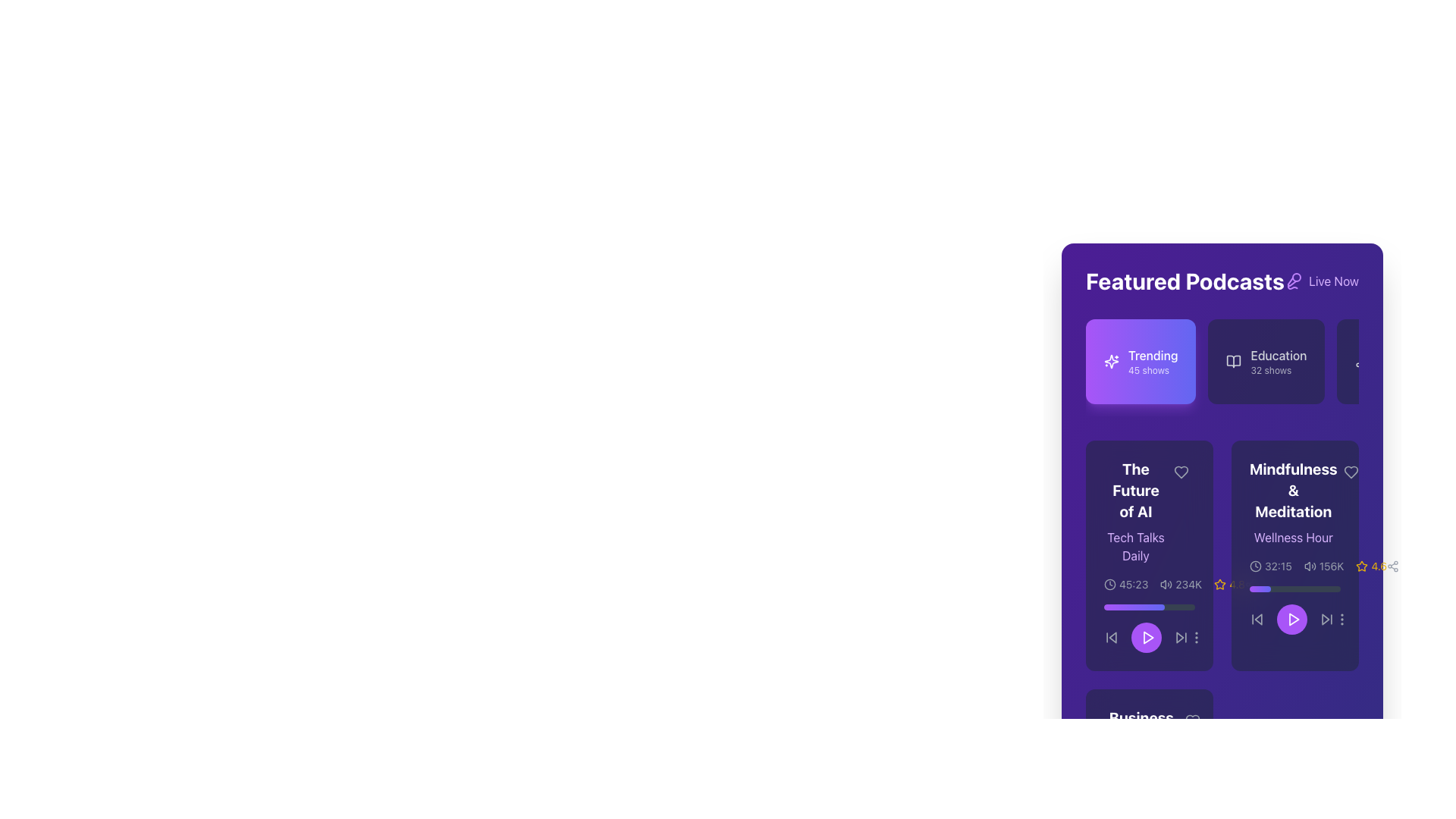 The height and width of the screenshot is (819, 1456). I want to click on the play button represented as a triangular SVG graphic within a circular purple button in the 'Mindfulness & Meditation' card section to initiate playback of the associated content, so click(1292, 620).